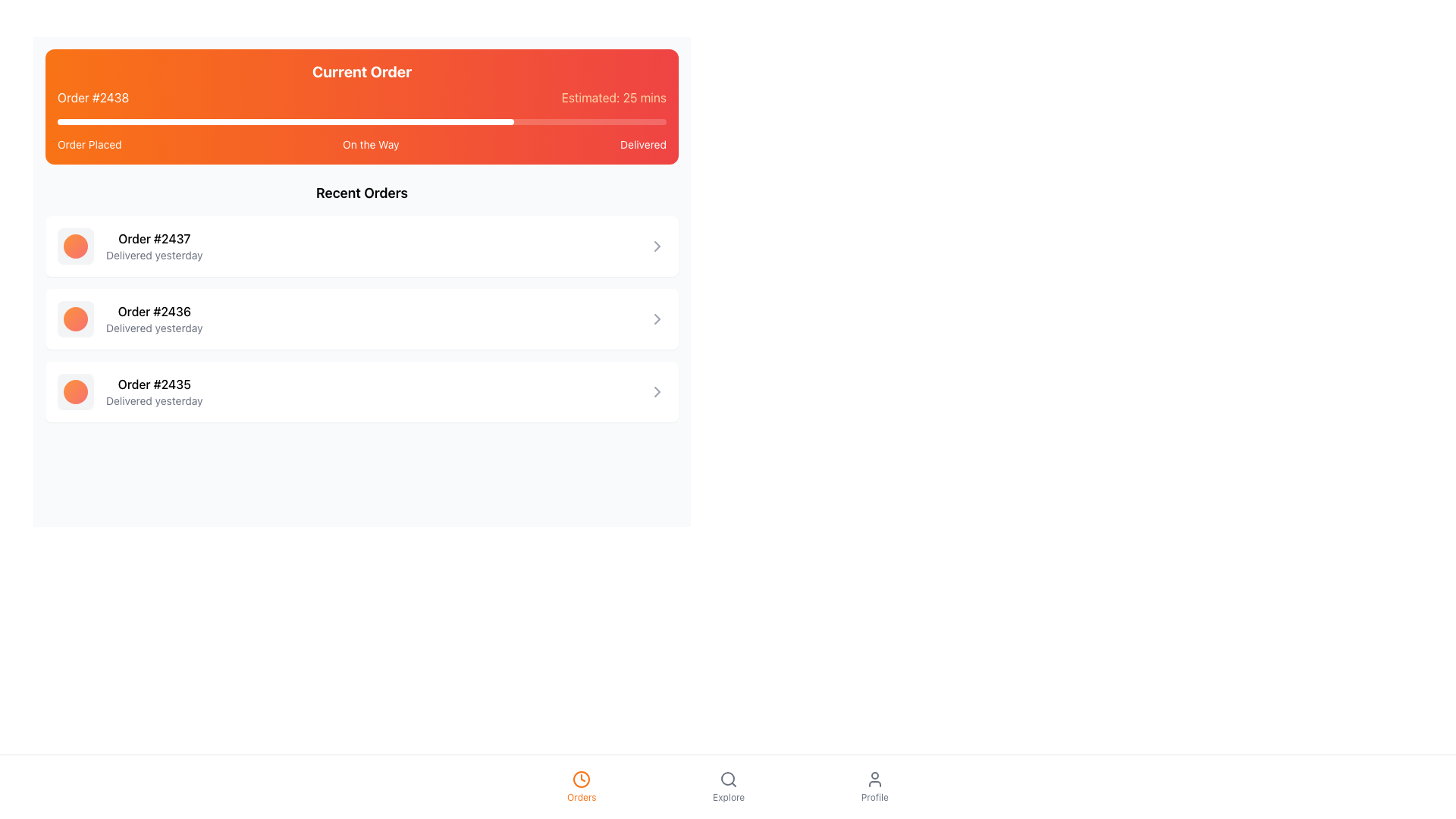 The height and width of the screenshot is (819, 1456). What do you see at coordinates (581, 786) in the screenshot?
I see `the 'Orders' navigational button` at bounding box center [581, 786].